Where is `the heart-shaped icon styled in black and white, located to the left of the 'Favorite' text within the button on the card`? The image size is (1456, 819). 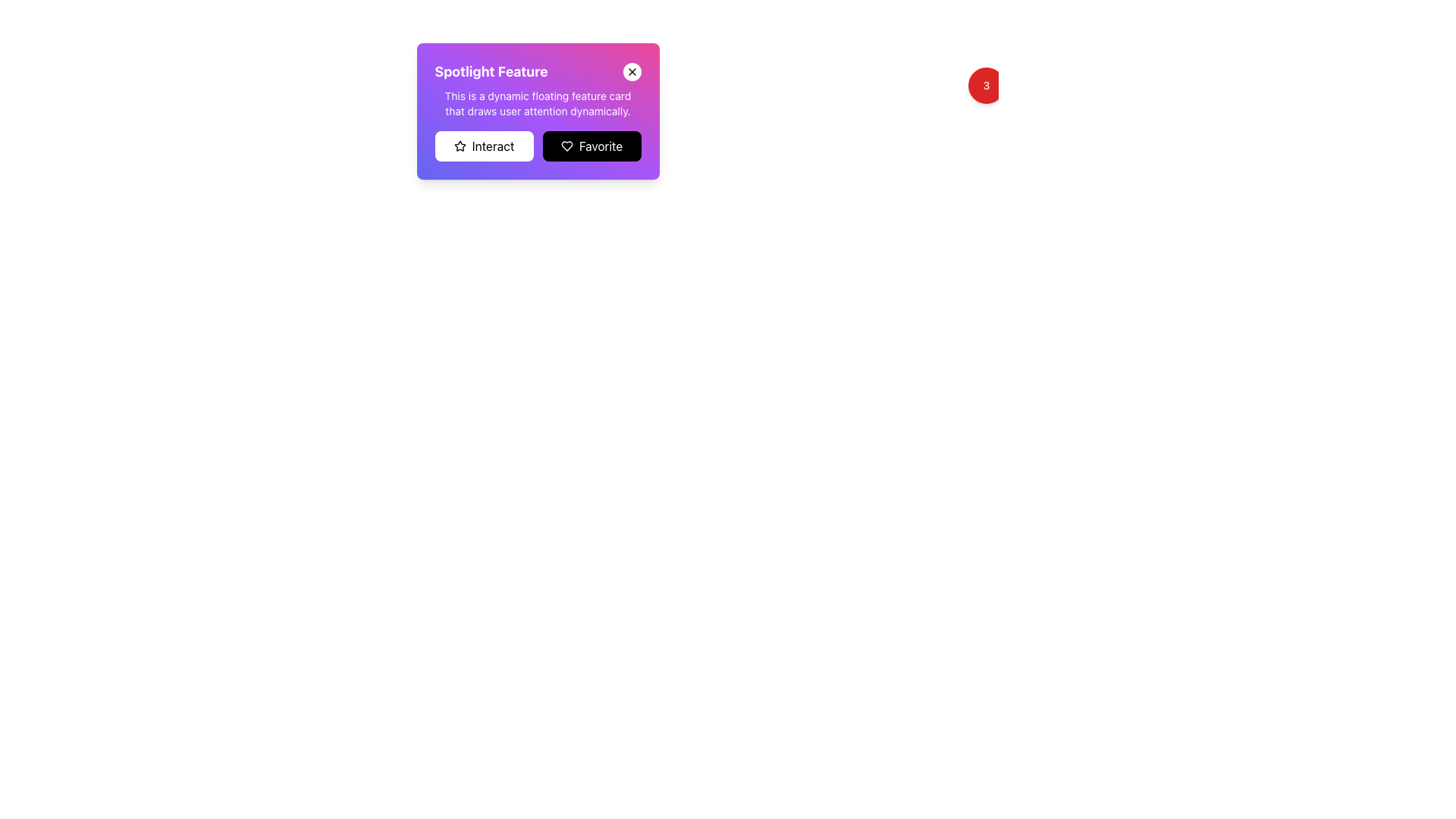
the heart-shaped icon styled in black and white, located to the left of the 'Favorite' text within the button on the card is located at coordinates (566, 146).